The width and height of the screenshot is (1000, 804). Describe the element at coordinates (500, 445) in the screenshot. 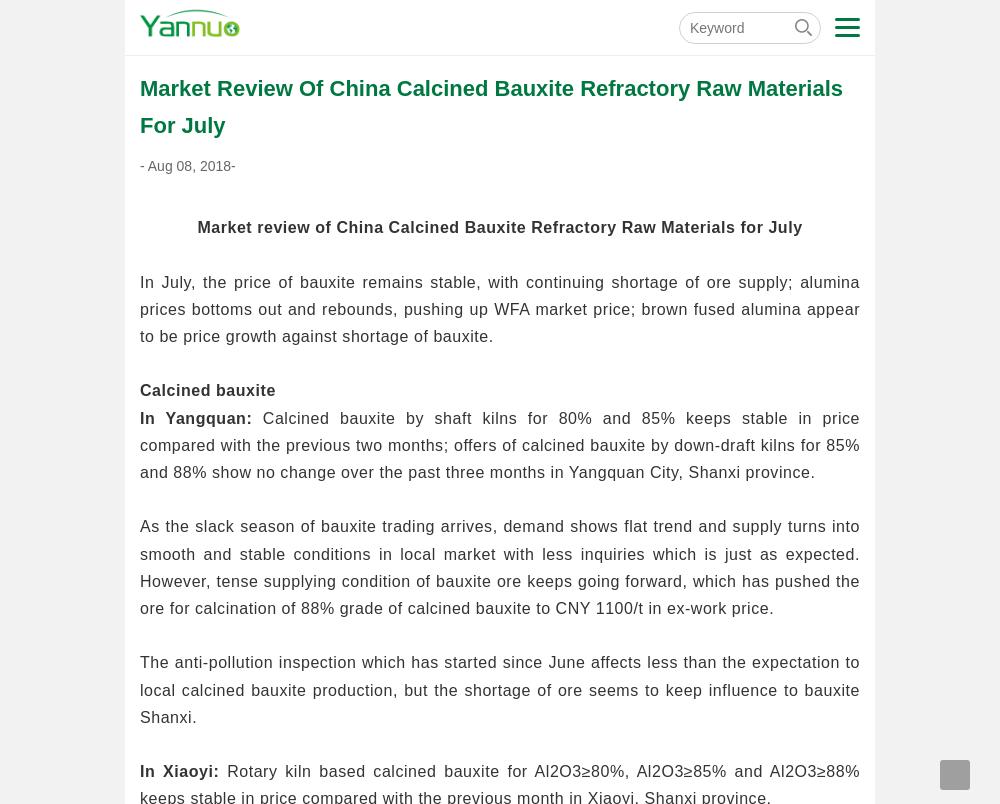

I see `'Calcined bauxite by shaft kilns for 80% and 85% keeps stable in price compared with the previous two months; offers of calcined bauxite by down-draft kilns for 85% and 88% show no change over the past three months in Yangquan City, Shanxi province.'` at that location.